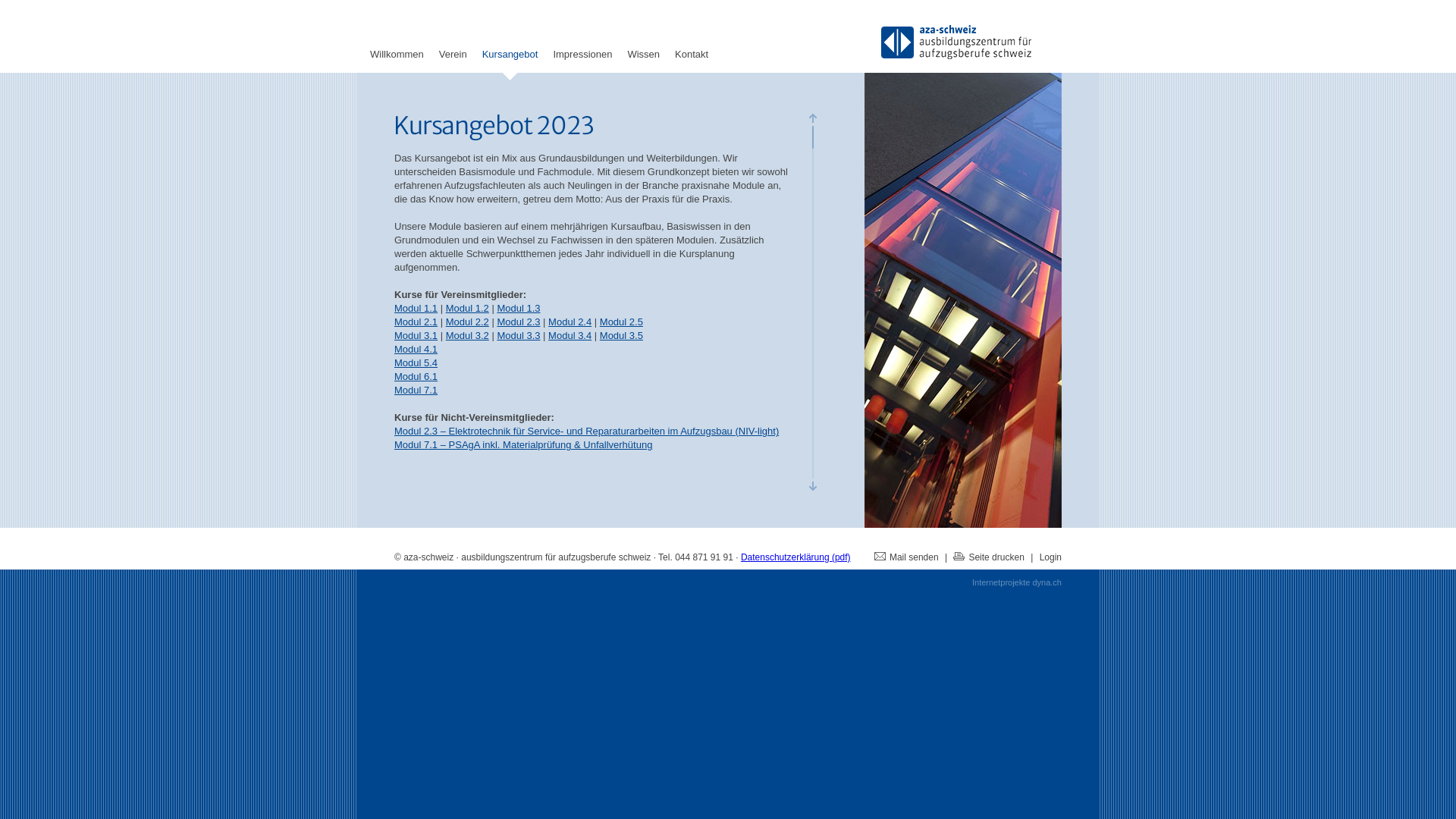 The image size is (1456, 819). I want to click on 'Modul 4.1', so click(416, 349).